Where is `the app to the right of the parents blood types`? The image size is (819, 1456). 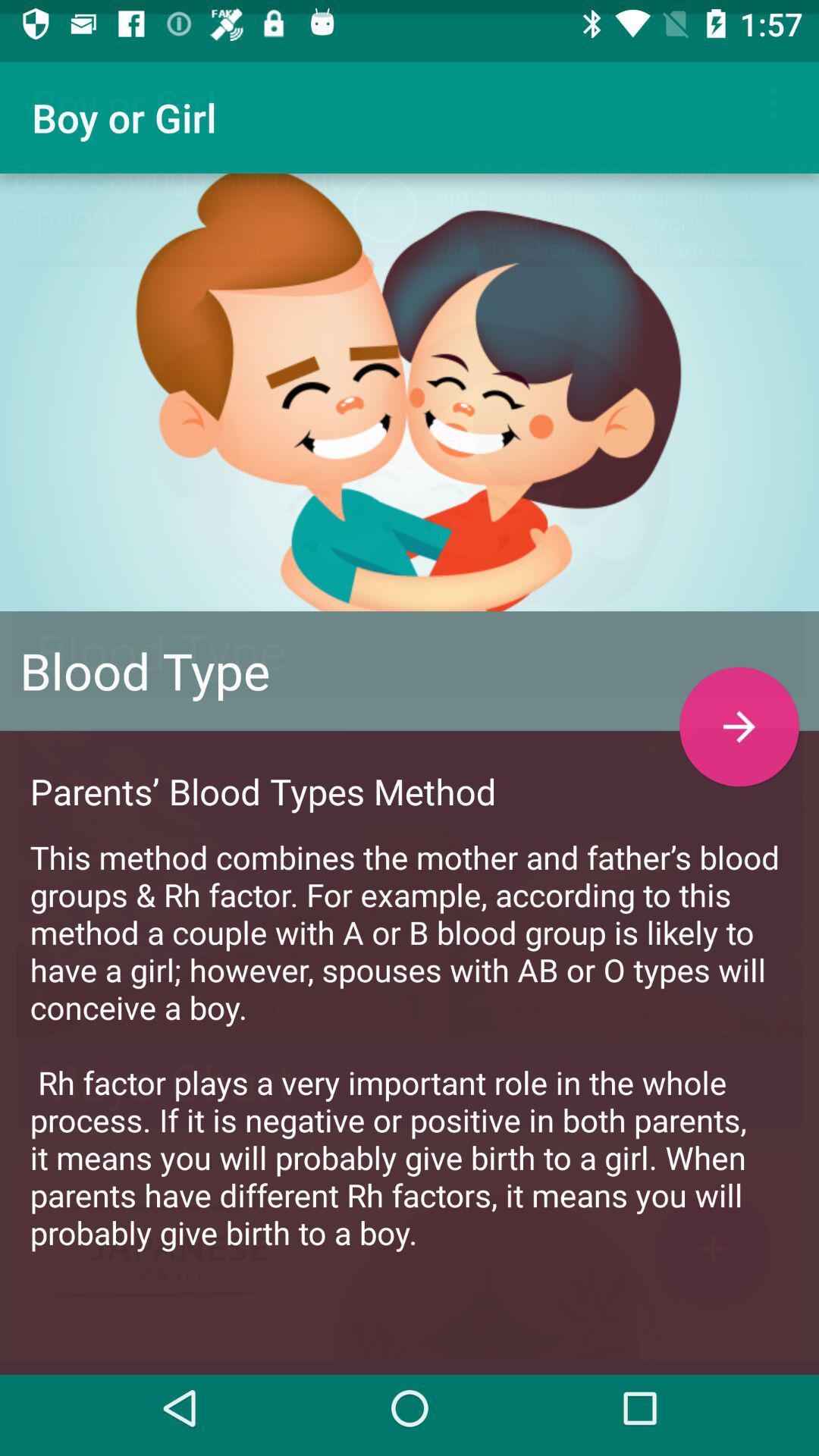 the app to the right of the parents blood types is located at coordinates (739, 711).